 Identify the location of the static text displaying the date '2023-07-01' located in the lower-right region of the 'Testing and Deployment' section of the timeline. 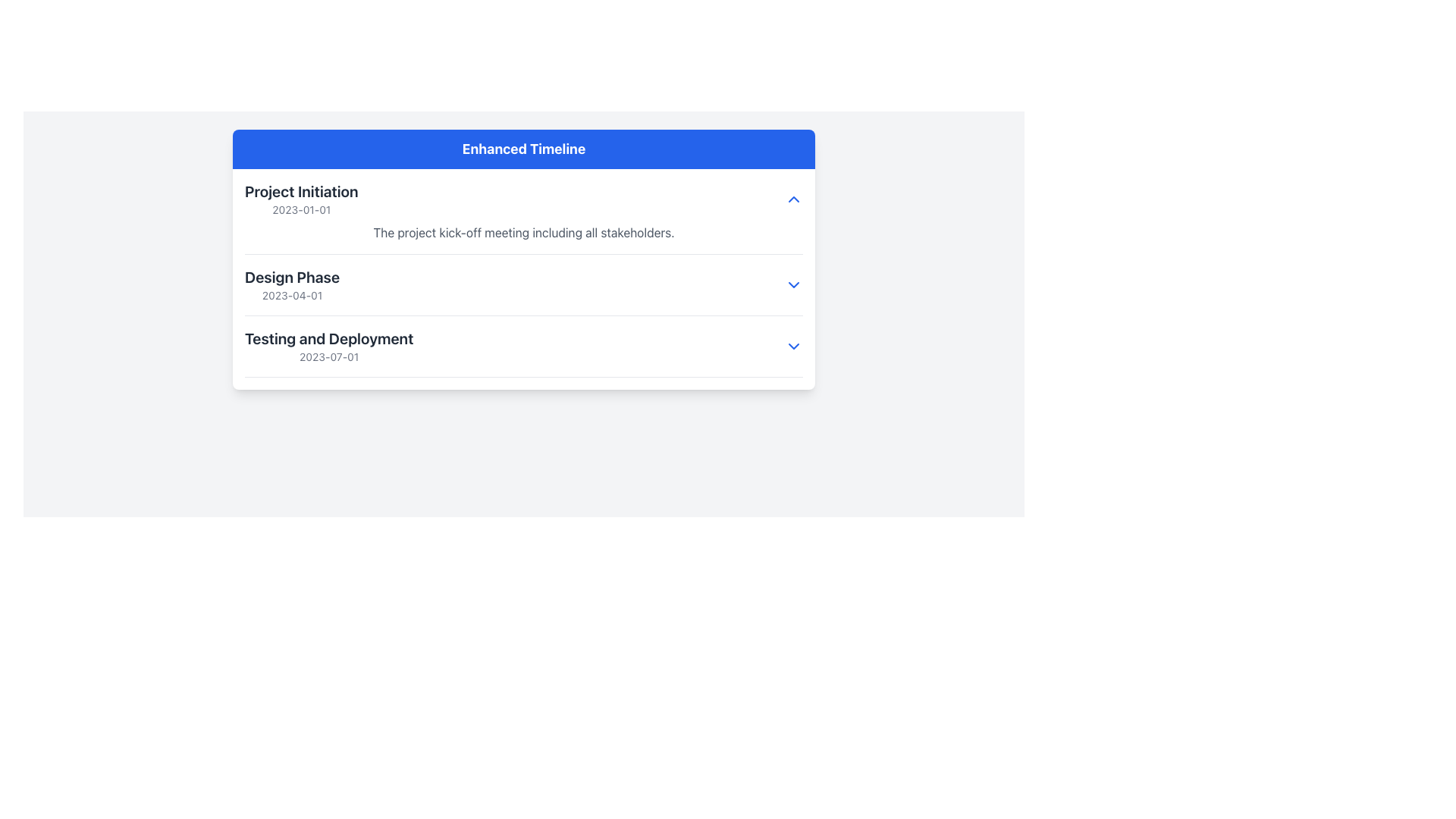
(328, 356).